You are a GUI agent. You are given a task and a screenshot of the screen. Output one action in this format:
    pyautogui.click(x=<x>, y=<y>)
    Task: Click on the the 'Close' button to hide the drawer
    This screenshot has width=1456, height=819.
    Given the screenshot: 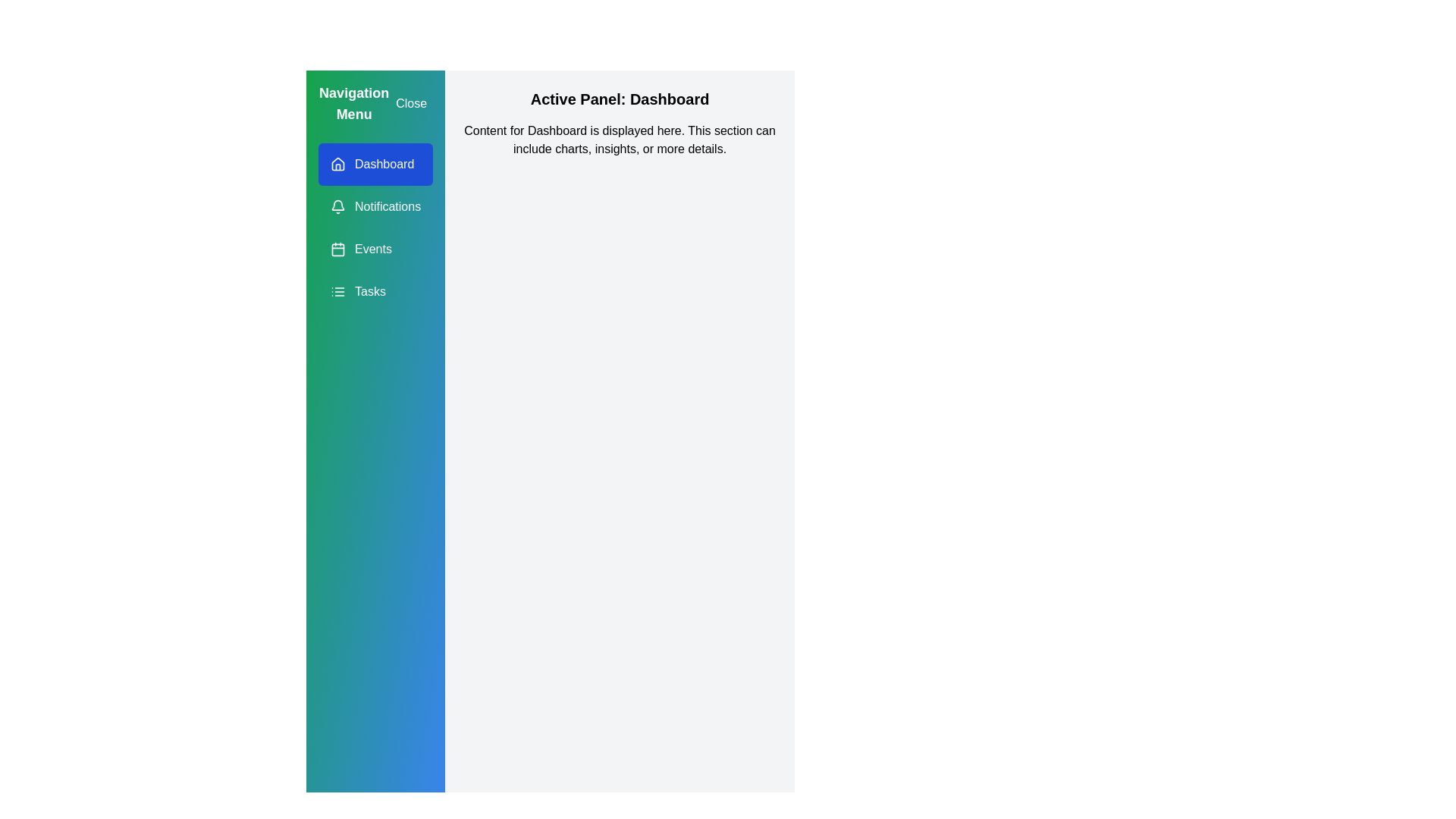 What is the action you would take?
    pyautogui.click(x=411, y=103)
    